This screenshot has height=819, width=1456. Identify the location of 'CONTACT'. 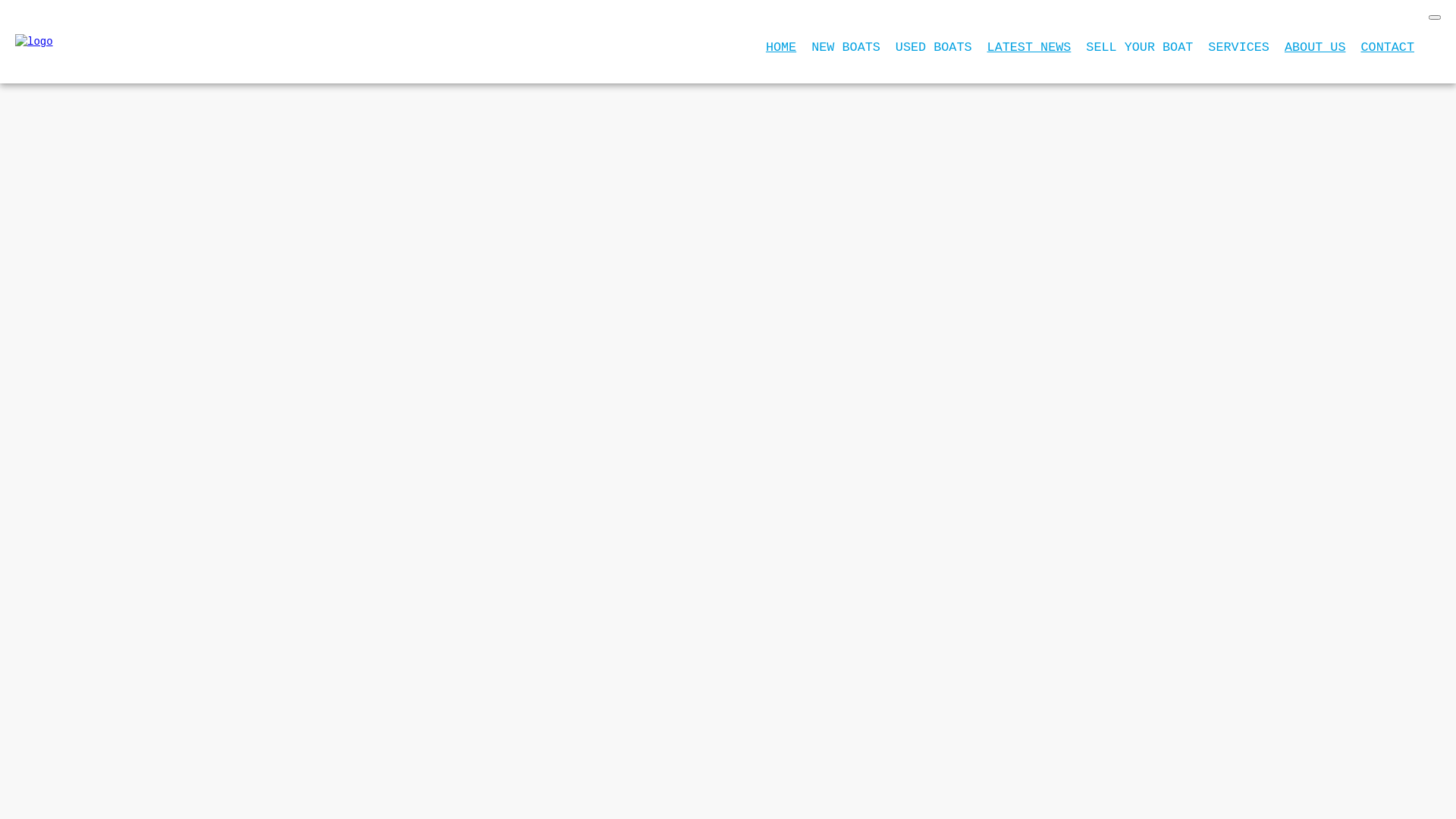
(1360, 46).